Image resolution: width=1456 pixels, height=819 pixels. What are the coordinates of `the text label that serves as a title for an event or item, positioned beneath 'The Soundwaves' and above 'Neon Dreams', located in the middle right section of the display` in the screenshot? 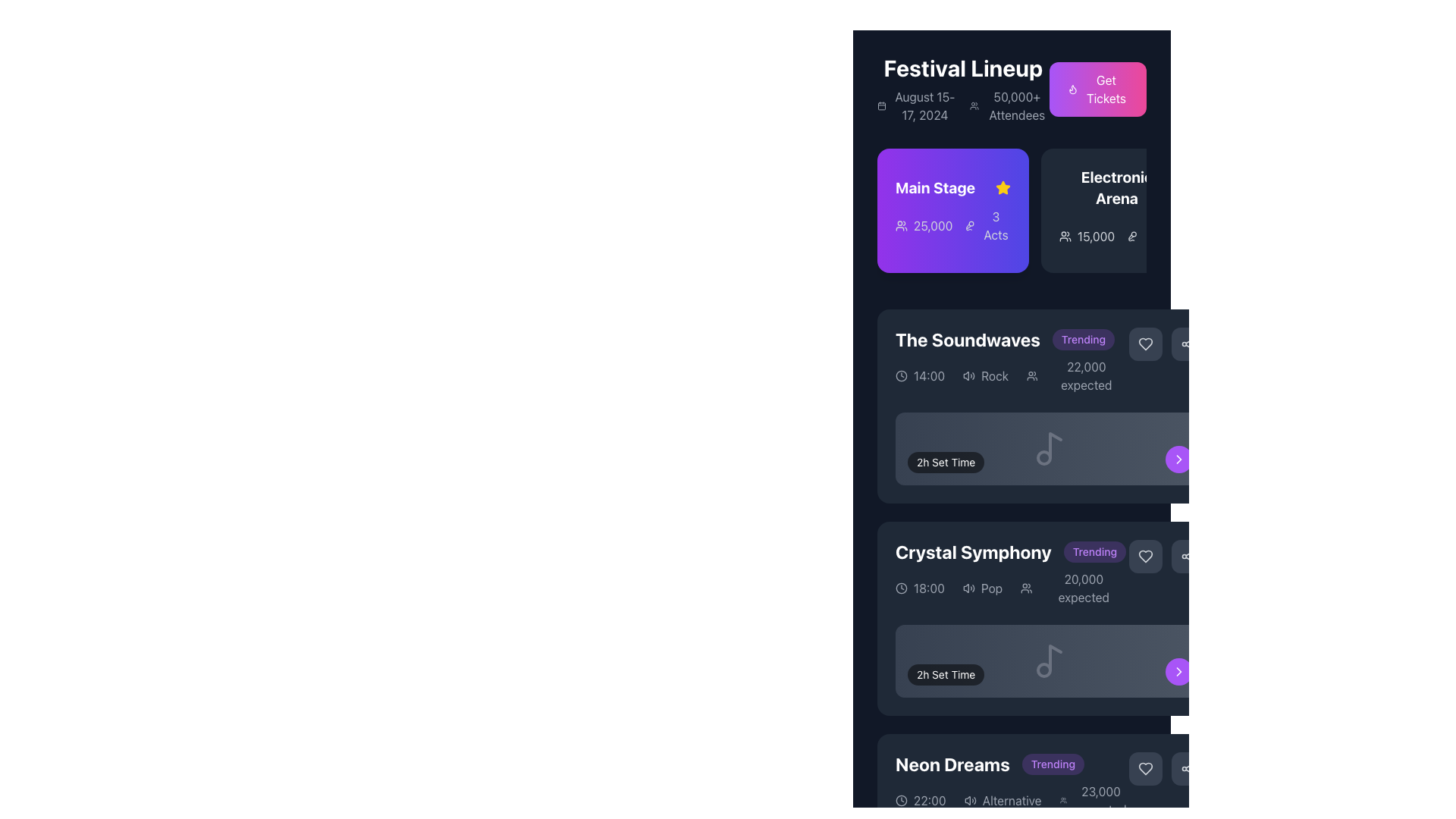 It's located at (973, 552).